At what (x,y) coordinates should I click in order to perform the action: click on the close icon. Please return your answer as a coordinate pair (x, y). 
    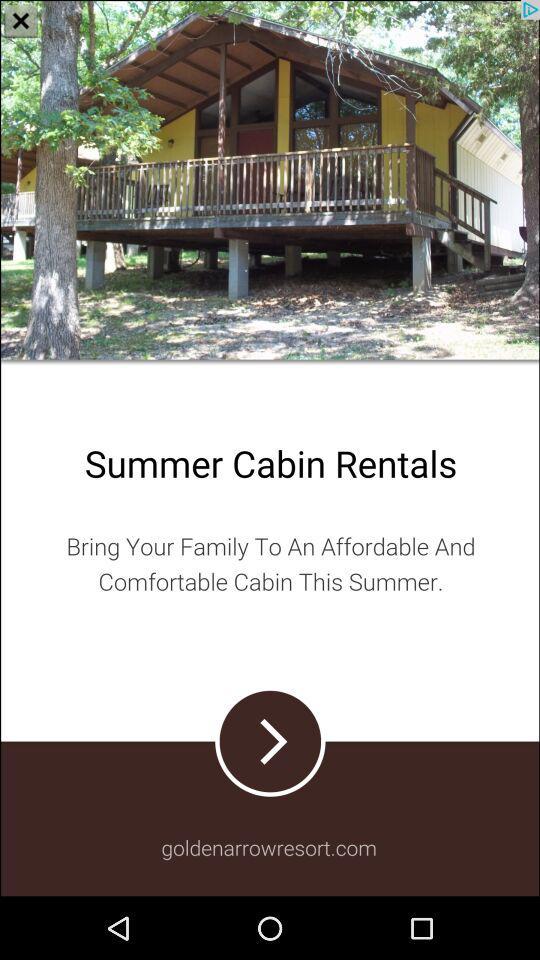
    Looking at the image, I should click on (20, 21).